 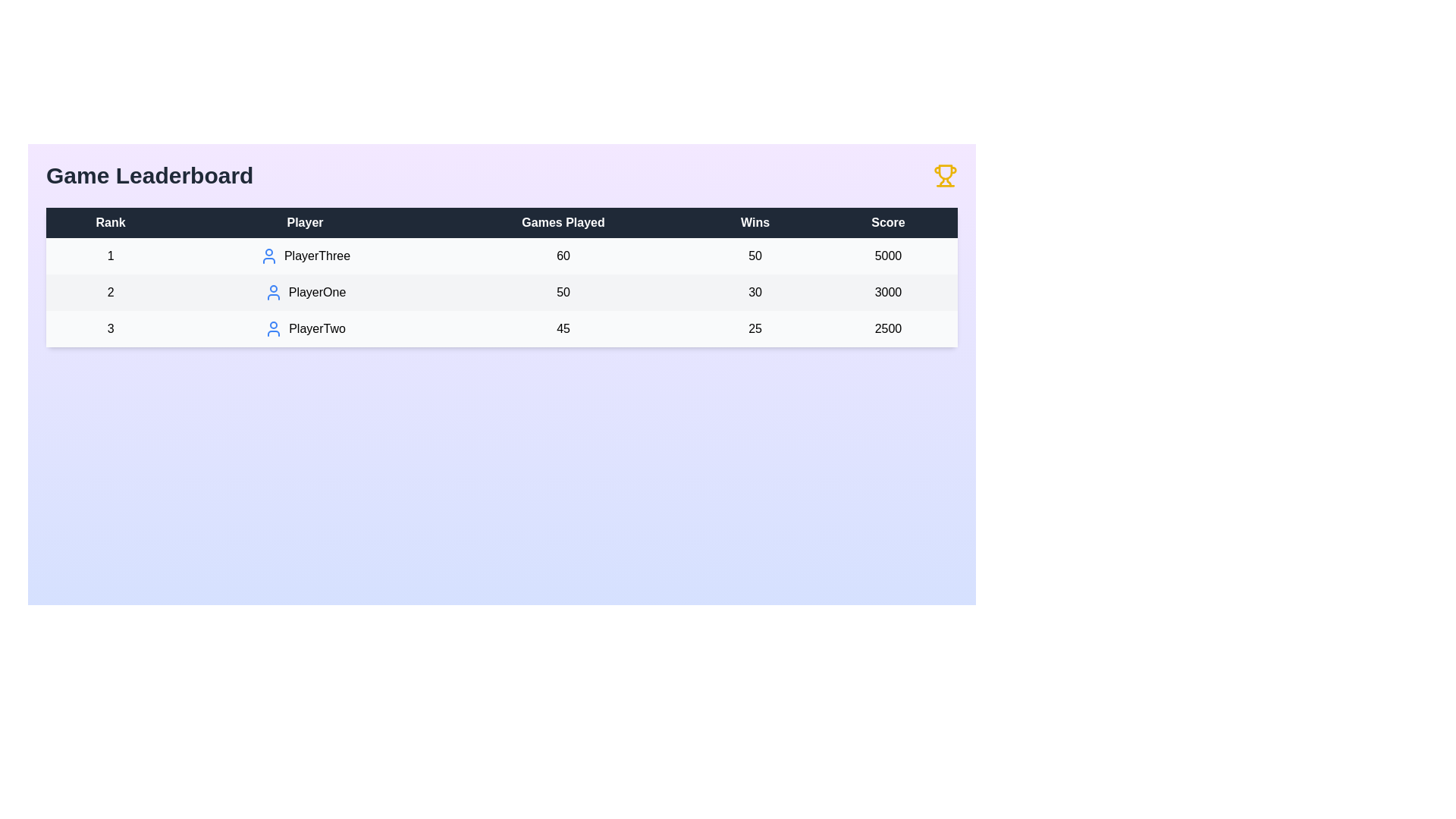 I want to click on the 'Score' text element for 'PlayerThree' located in the fifth column of the first row in the leaderboard table, so click(x=888, y=256).